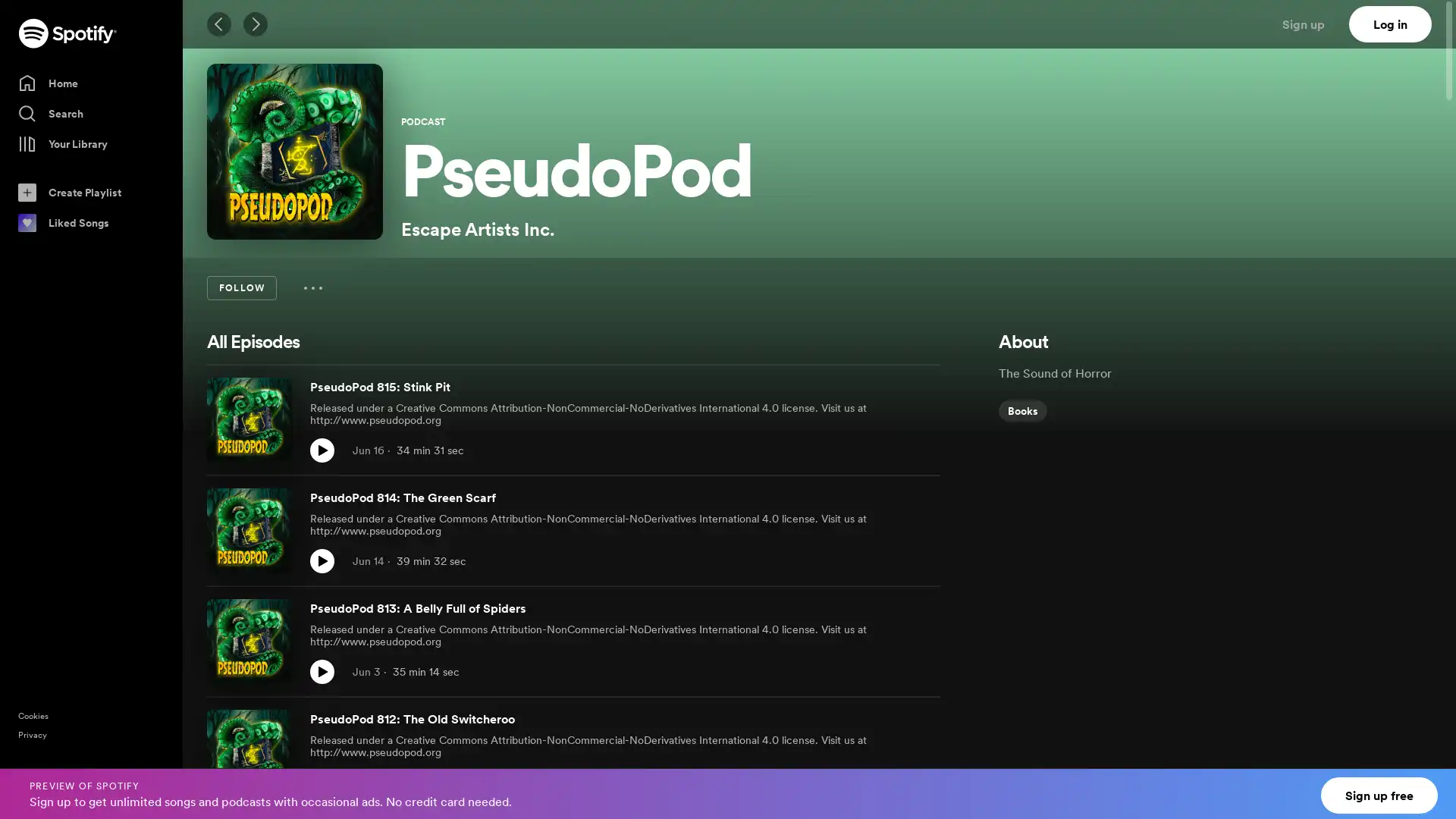 The height and width of the screenshot is (819, 1456). Describe the element at coordinates (322, 671) in the screenshot. I see `Play PseudoPod 813: A Belly Full of Spiders by PseudoPod` at that location.